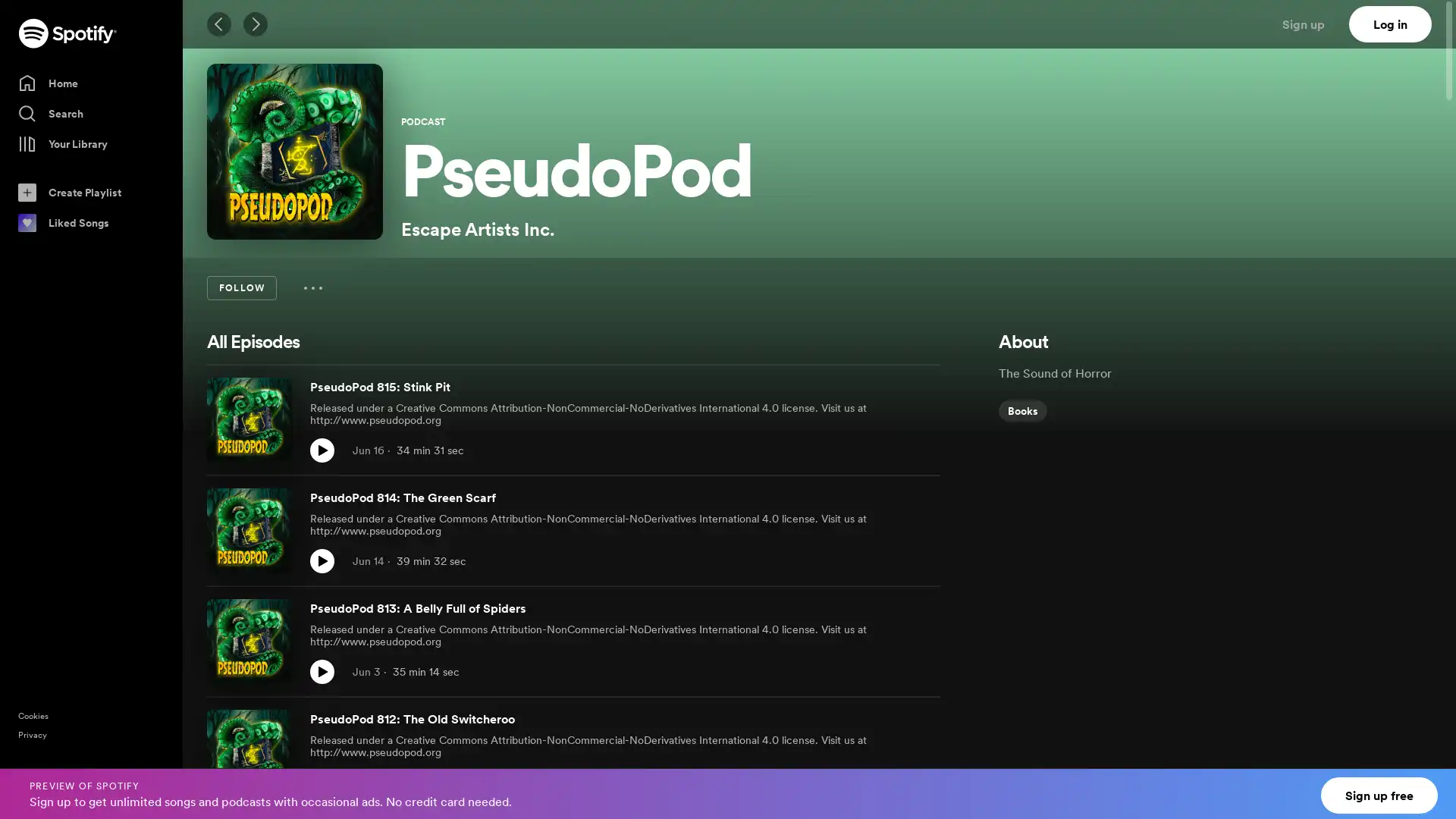 The height and width of the screenshot is (819, 1456). Describe the element at coordinates (322, 671) in the screenshot. I see `Play PseudoPod 813: A Belly Full of Spiders by PseudoPod` at that location.